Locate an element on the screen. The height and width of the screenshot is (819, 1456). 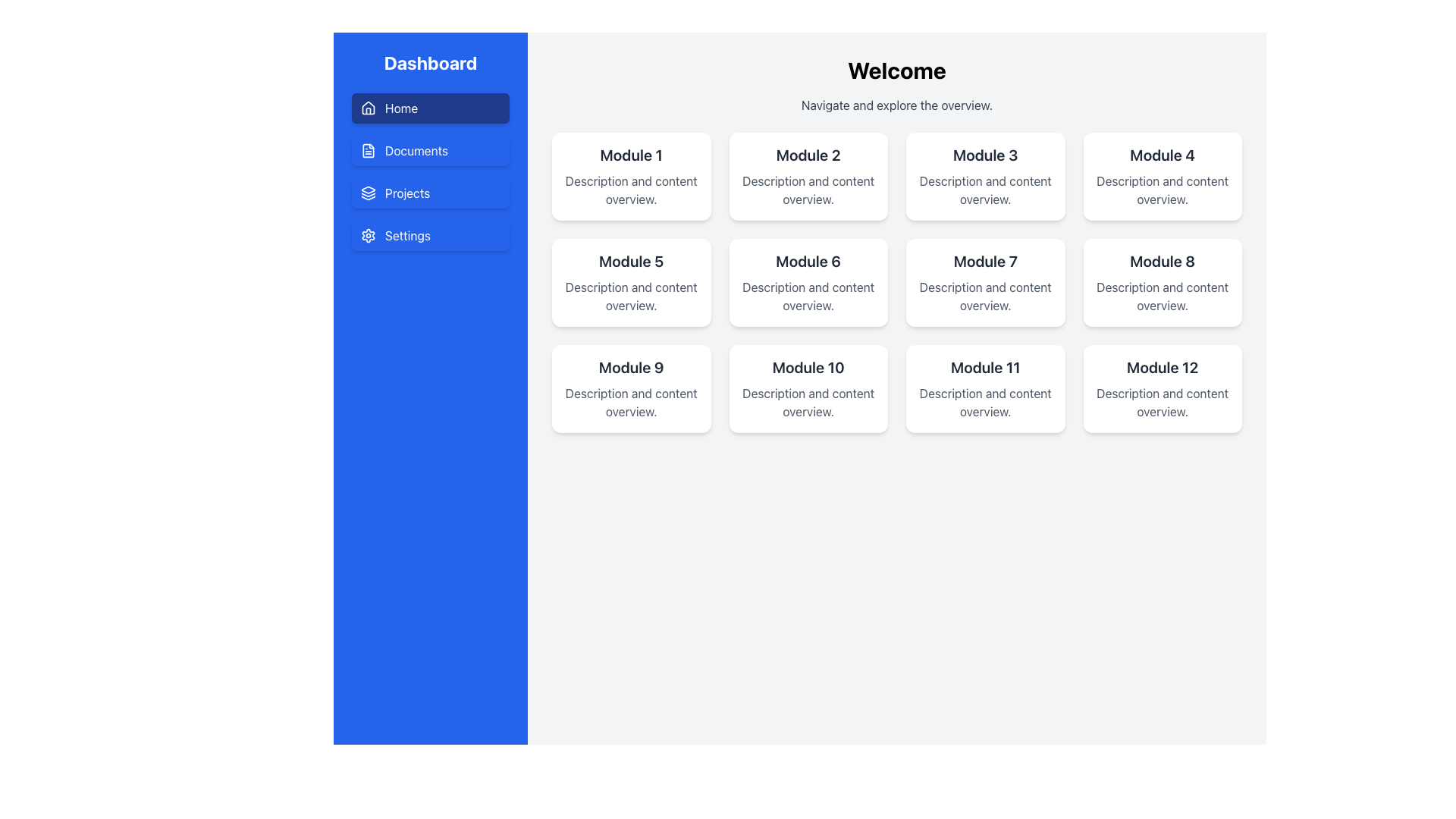
the Text Block that provides concise information about the 'Module 7' card, located in the third column of the second row of the module grid is located at coordinates (985, 296).